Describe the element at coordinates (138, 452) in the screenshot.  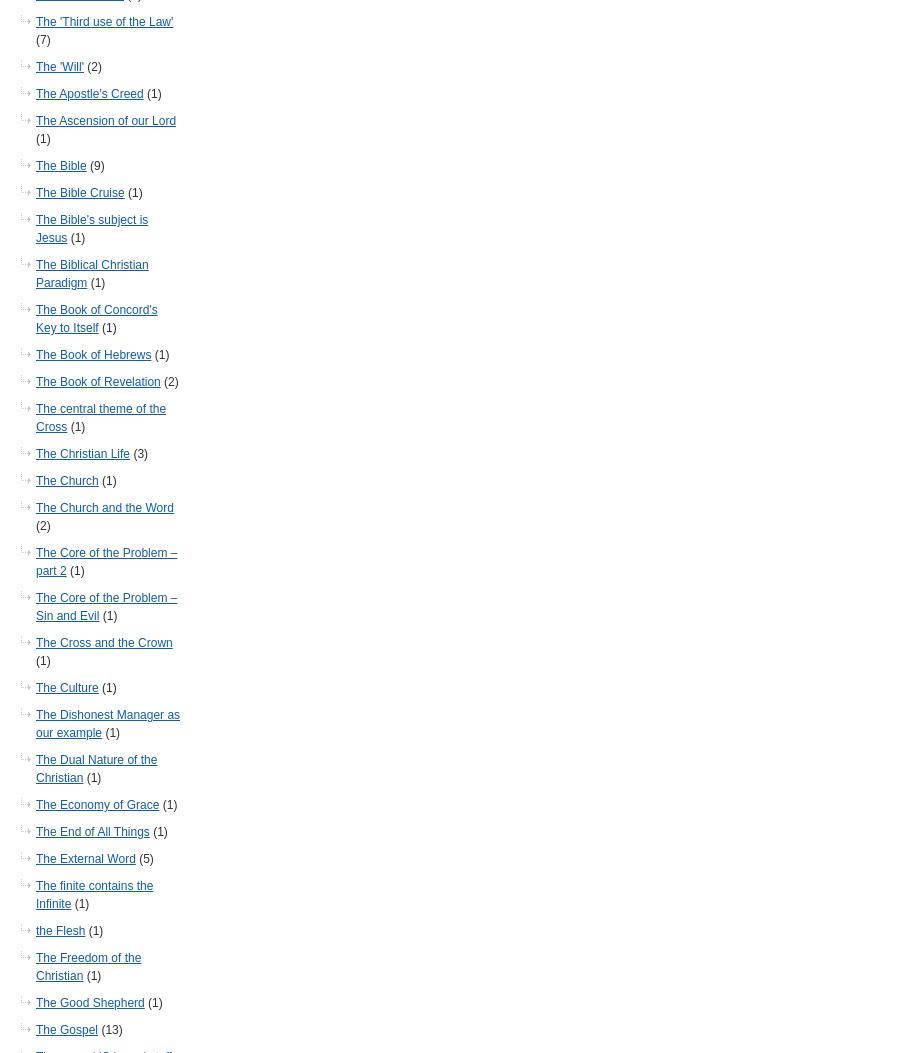
I see `'(3)'` at that location.